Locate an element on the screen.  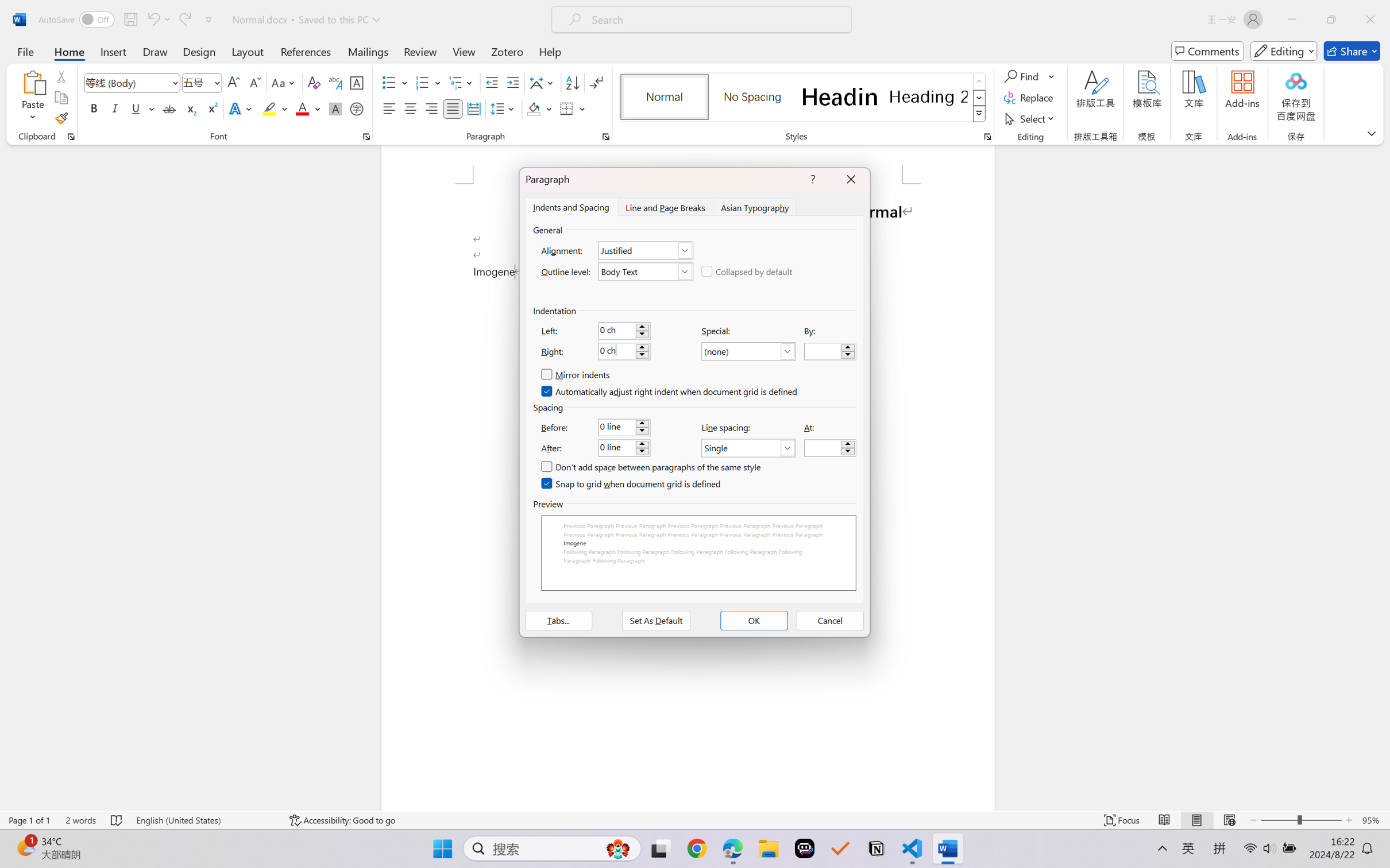
'Character Shading' is located at coordinates (334, 108).